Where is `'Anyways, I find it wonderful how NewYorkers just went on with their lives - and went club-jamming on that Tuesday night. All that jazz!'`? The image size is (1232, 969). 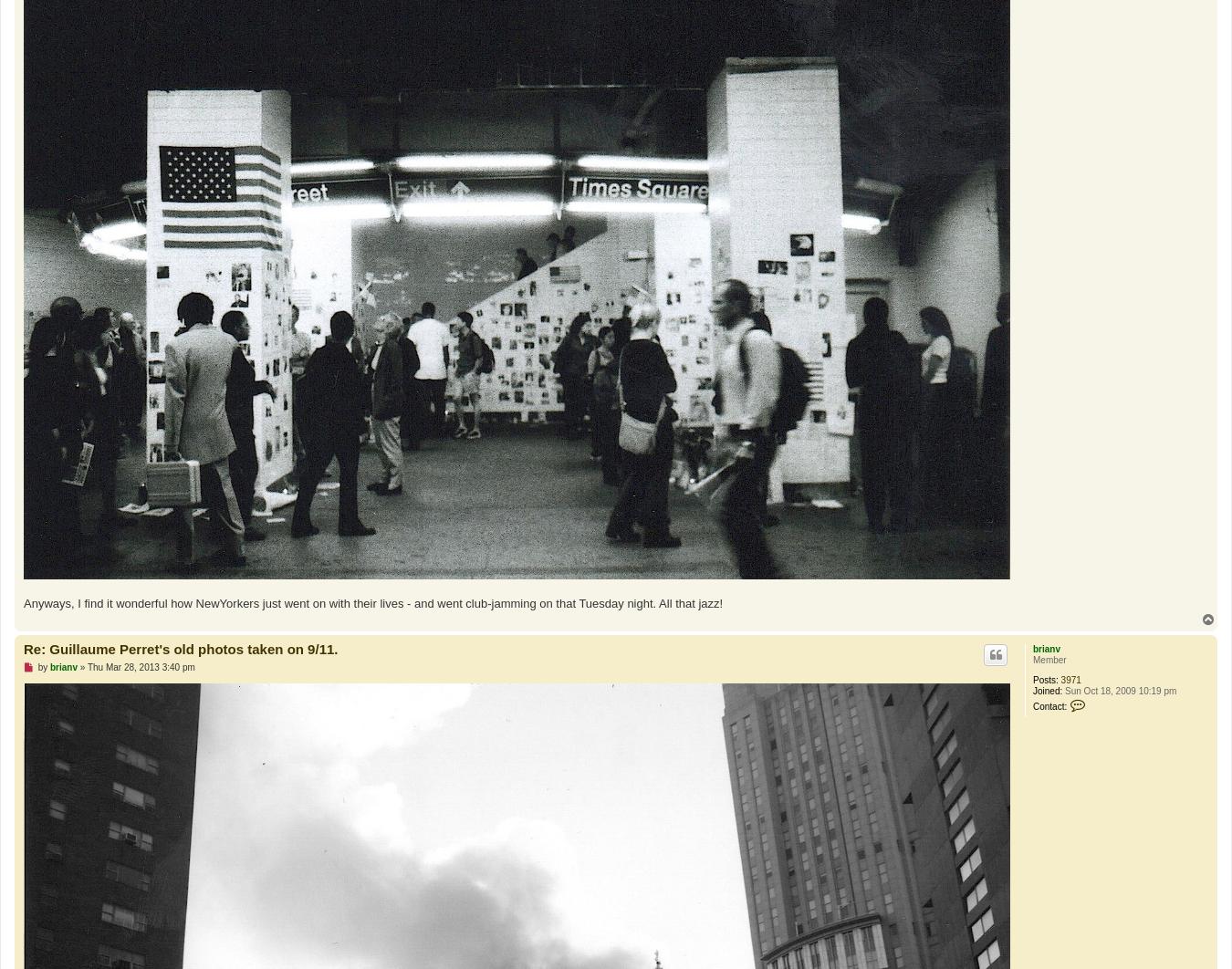
'Anyways, I find it wonderful how NewYorkers just went on with their lives - and went club-jamming on that Tuesday night. All that jazz!' is located at coordinates (373, 602).